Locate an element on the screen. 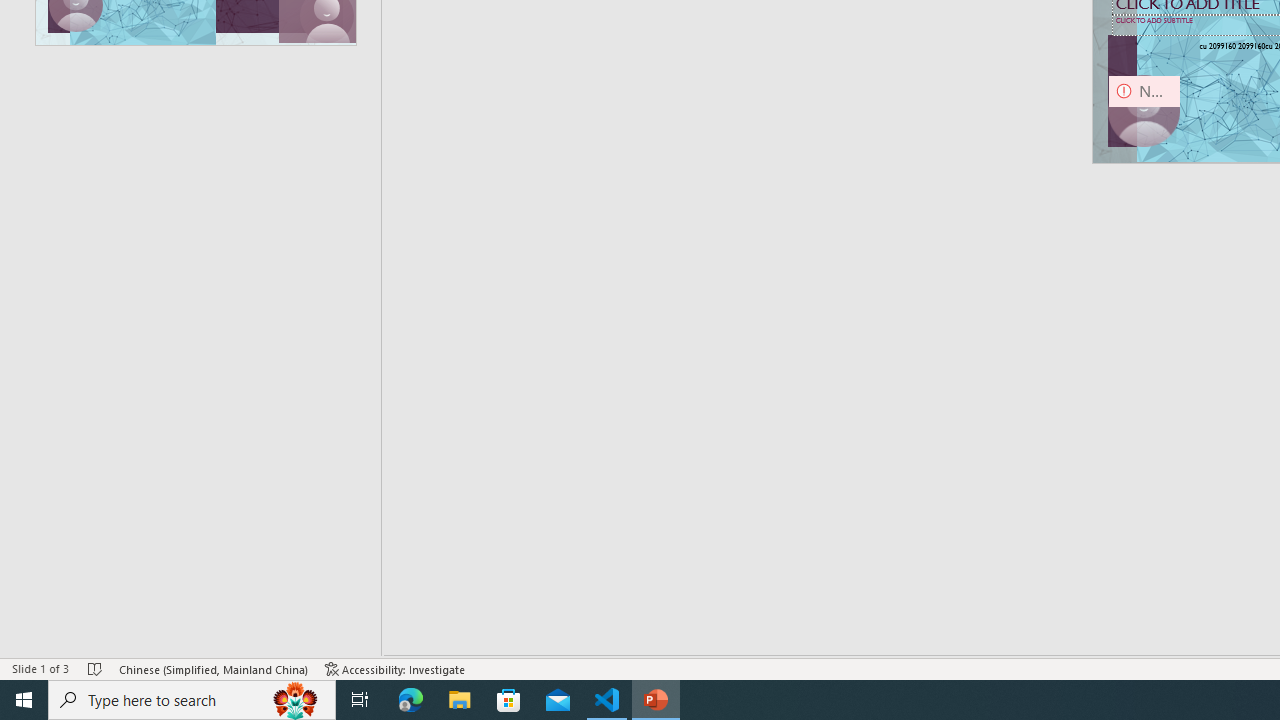  'Accessibility Checker Accessibility: Investigate' is located at coordinates (395, 669).